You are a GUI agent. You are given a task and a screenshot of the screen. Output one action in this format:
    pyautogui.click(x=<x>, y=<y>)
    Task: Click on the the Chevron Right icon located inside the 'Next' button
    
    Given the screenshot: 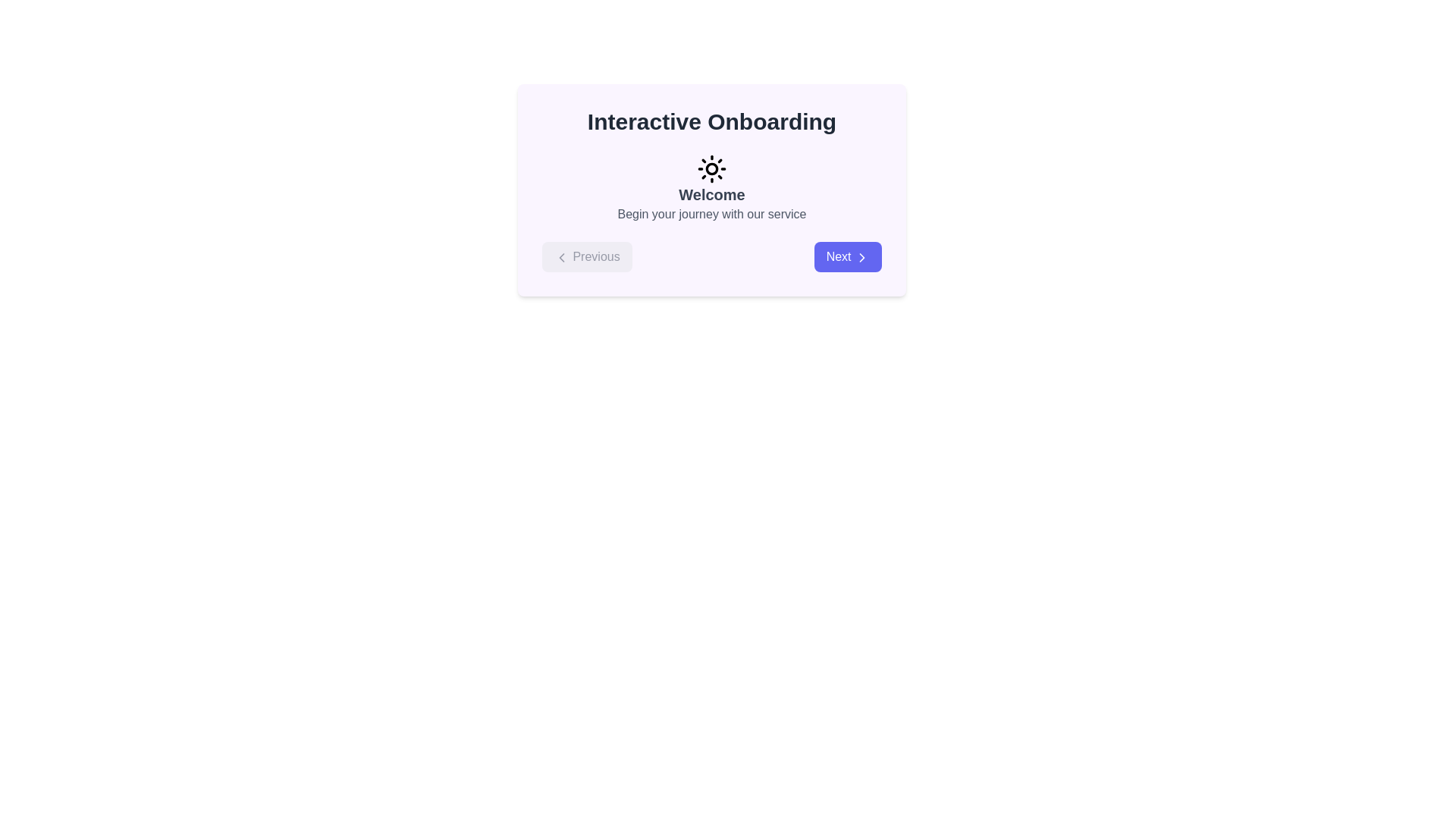 What is the action you would take?
    pyautogui.click(x=862, y=256)
    